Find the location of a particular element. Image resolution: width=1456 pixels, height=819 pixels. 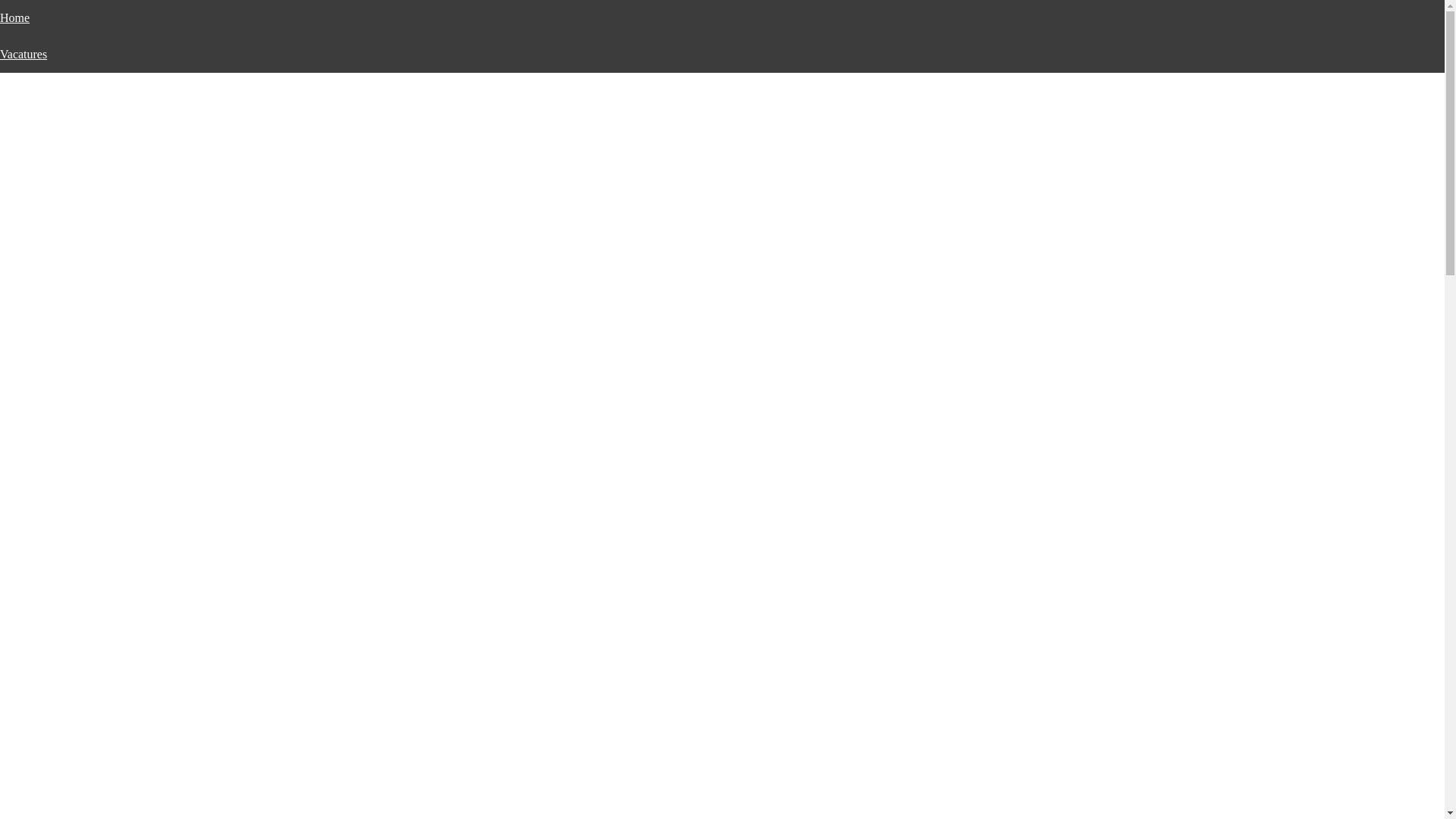

'Vacatures' is located at coordinates (0, 53).